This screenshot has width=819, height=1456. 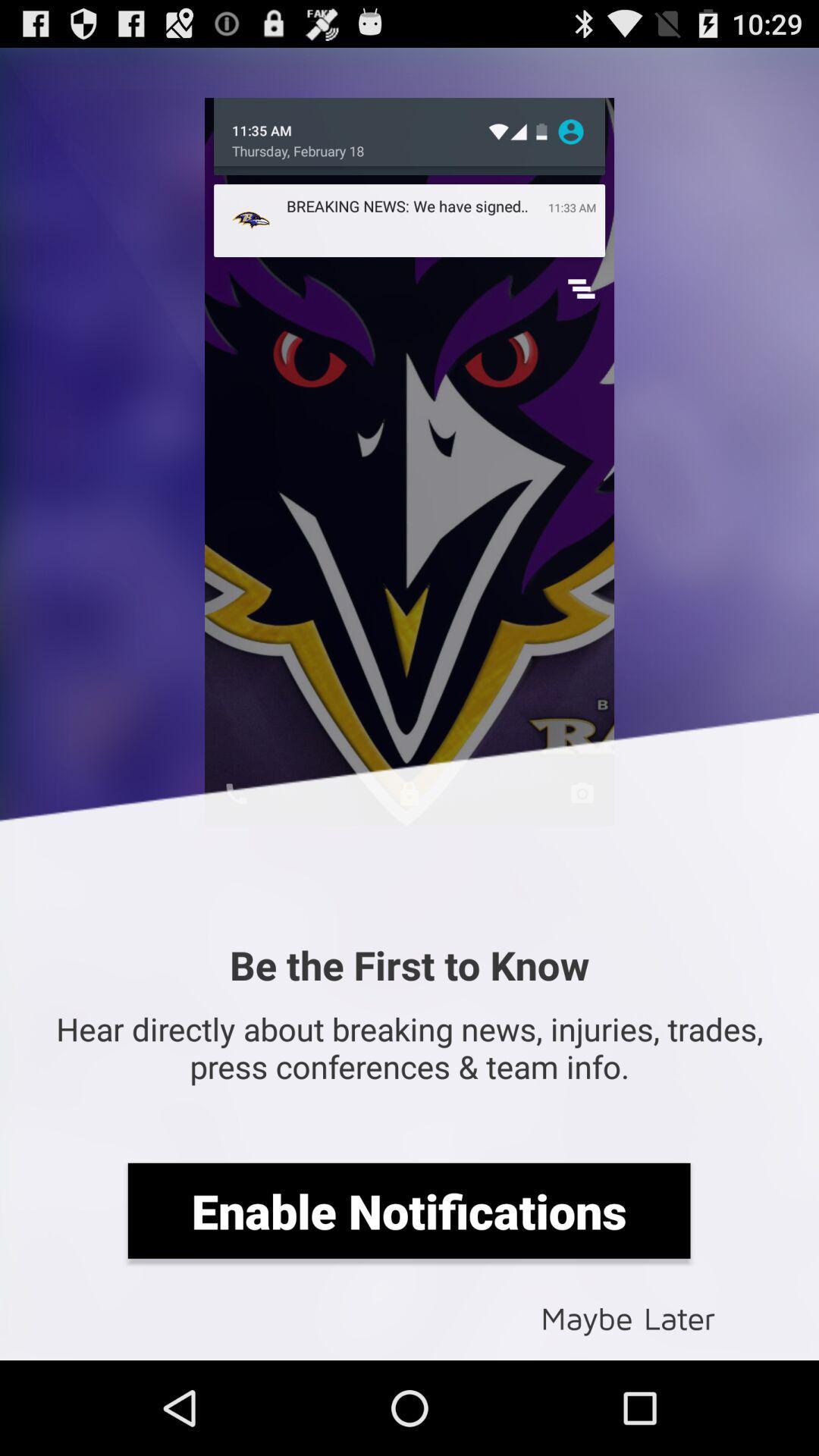 I want to click on icon at the bottom right corner, so click(x=628, y=1316).